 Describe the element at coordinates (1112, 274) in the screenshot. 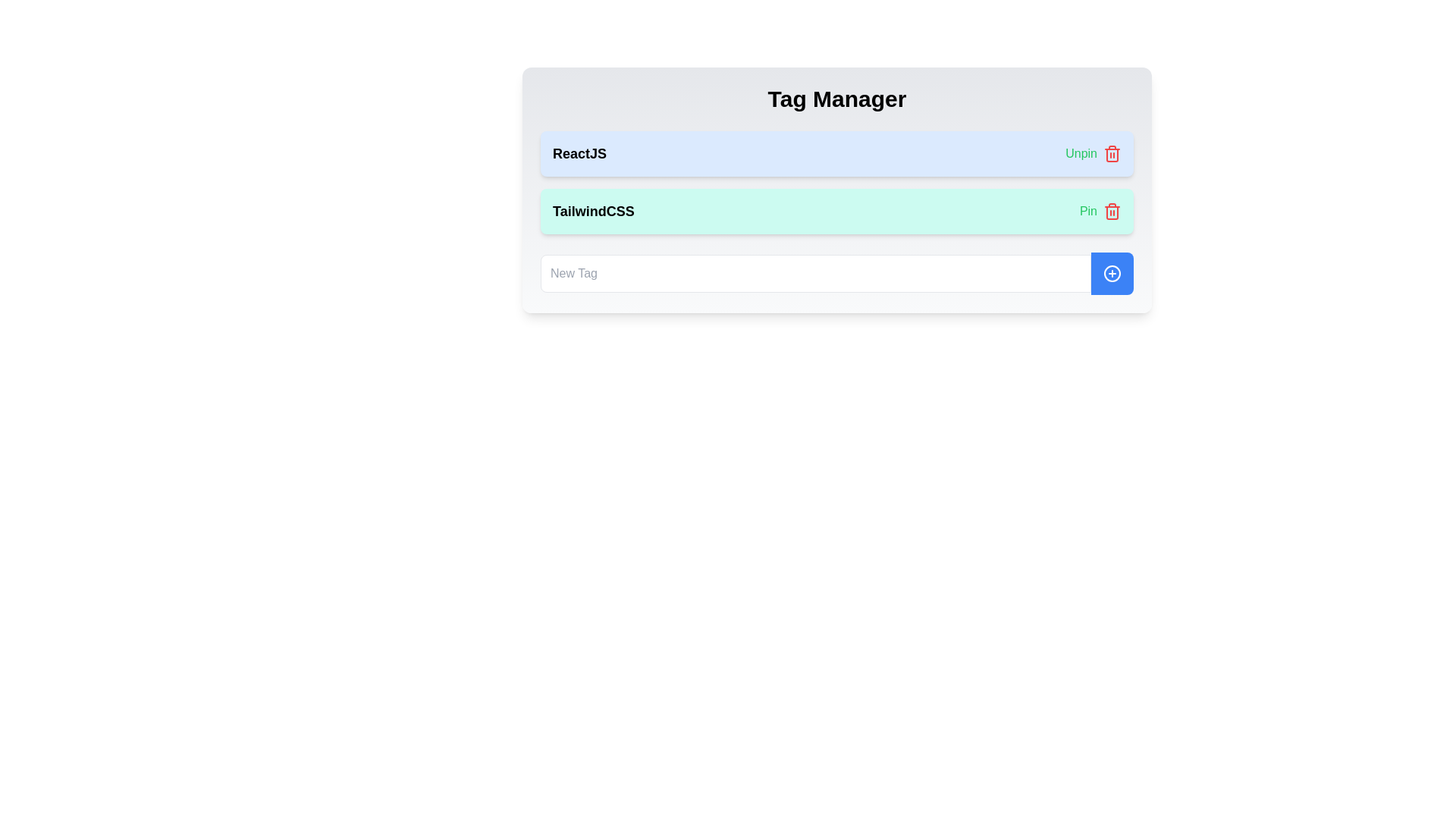

I see `the circular icon with a blue fill and a white '+' sign located in the bottom right corner of the 'New Tag' area` at that location.